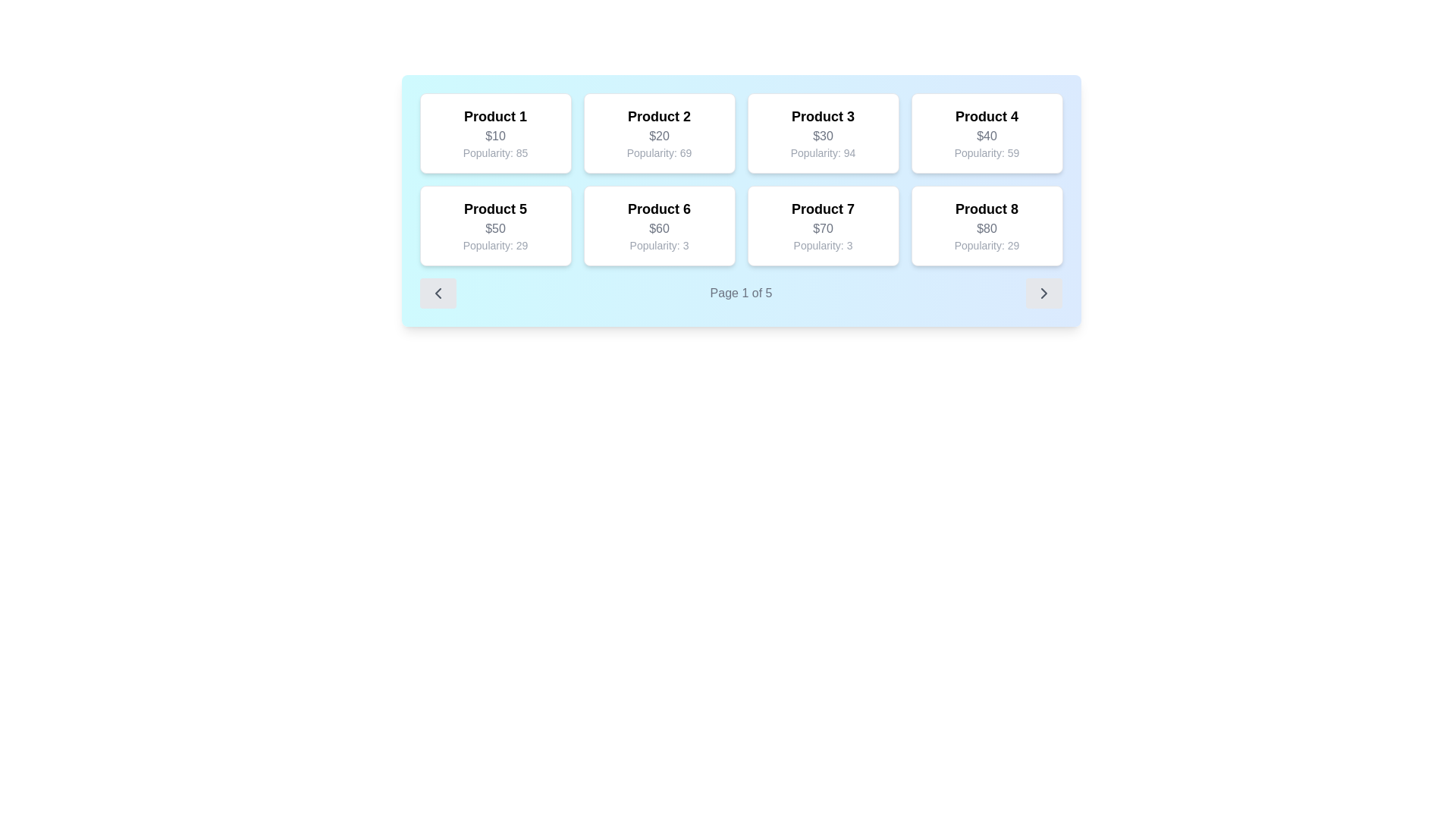 The width and height of the screenshot is (1456, 819). I want to click on text displayed in the text component showing the amount '$60', which is located below the title 'Product 6', so click(659, 228).